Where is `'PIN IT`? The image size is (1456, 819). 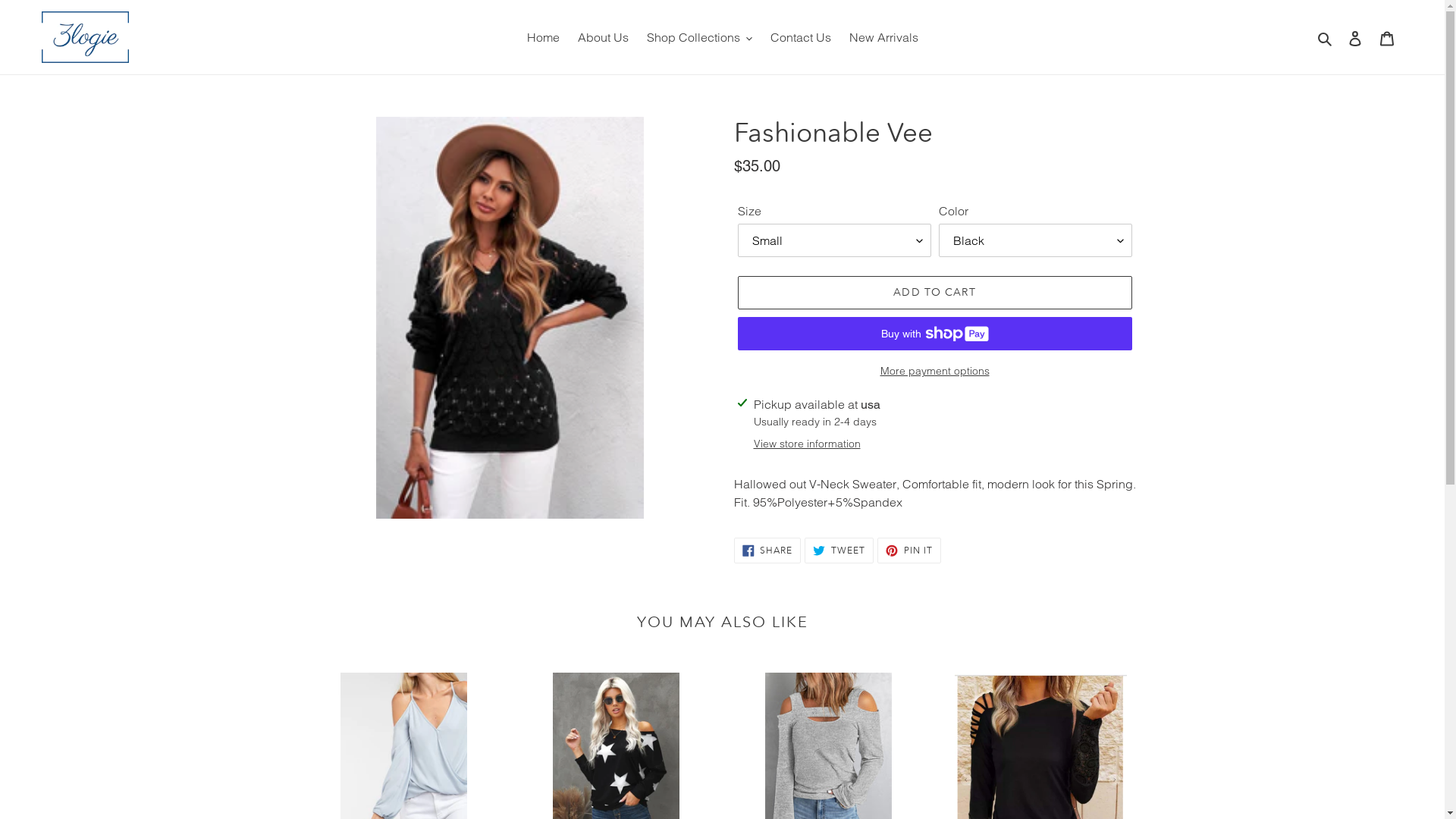 'PIN IT is located at coordinates (877, 550).